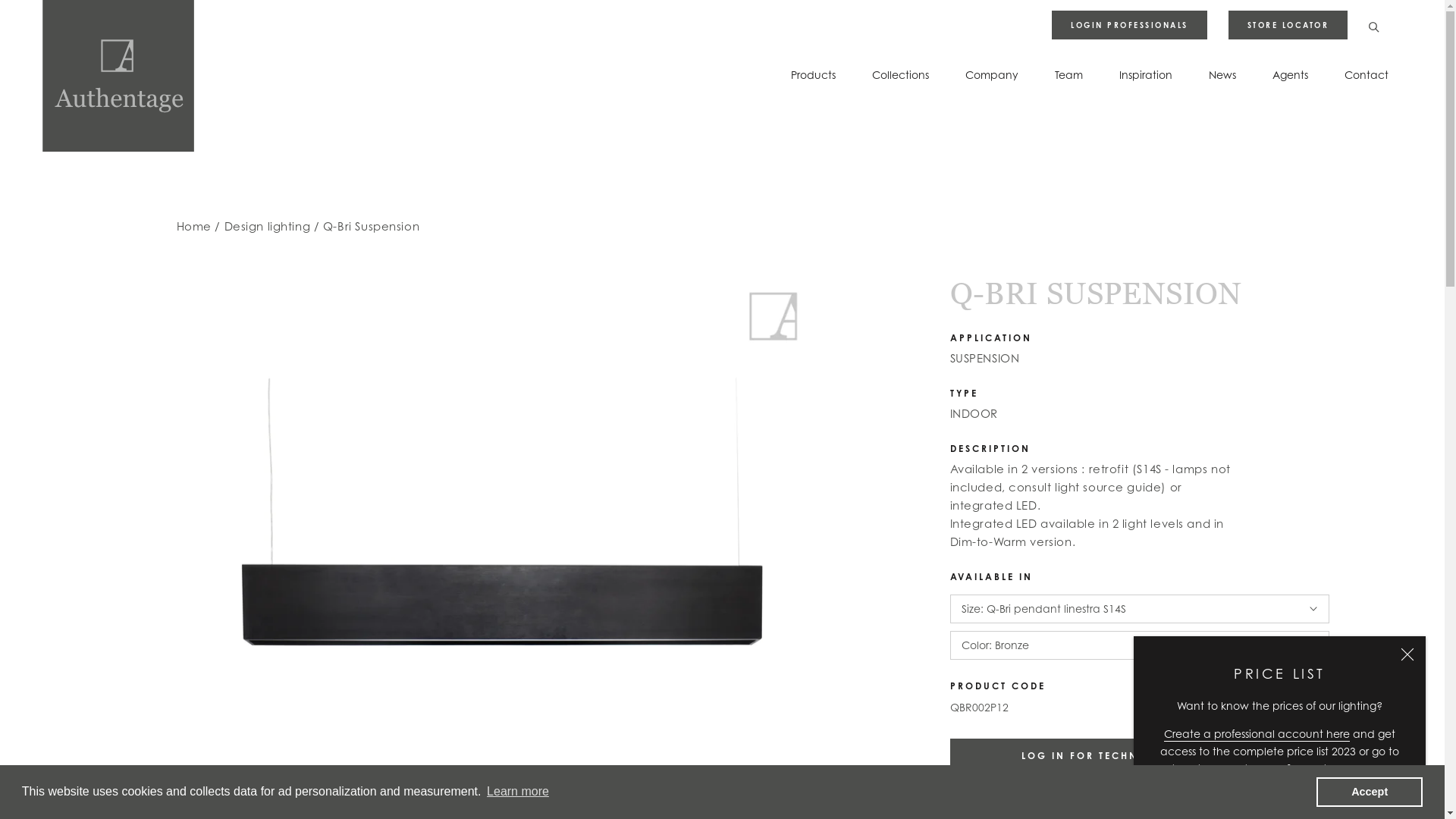 The height and width of the screenshot is (819, 1456). I want to click on 'Team, so click(1068, 74).